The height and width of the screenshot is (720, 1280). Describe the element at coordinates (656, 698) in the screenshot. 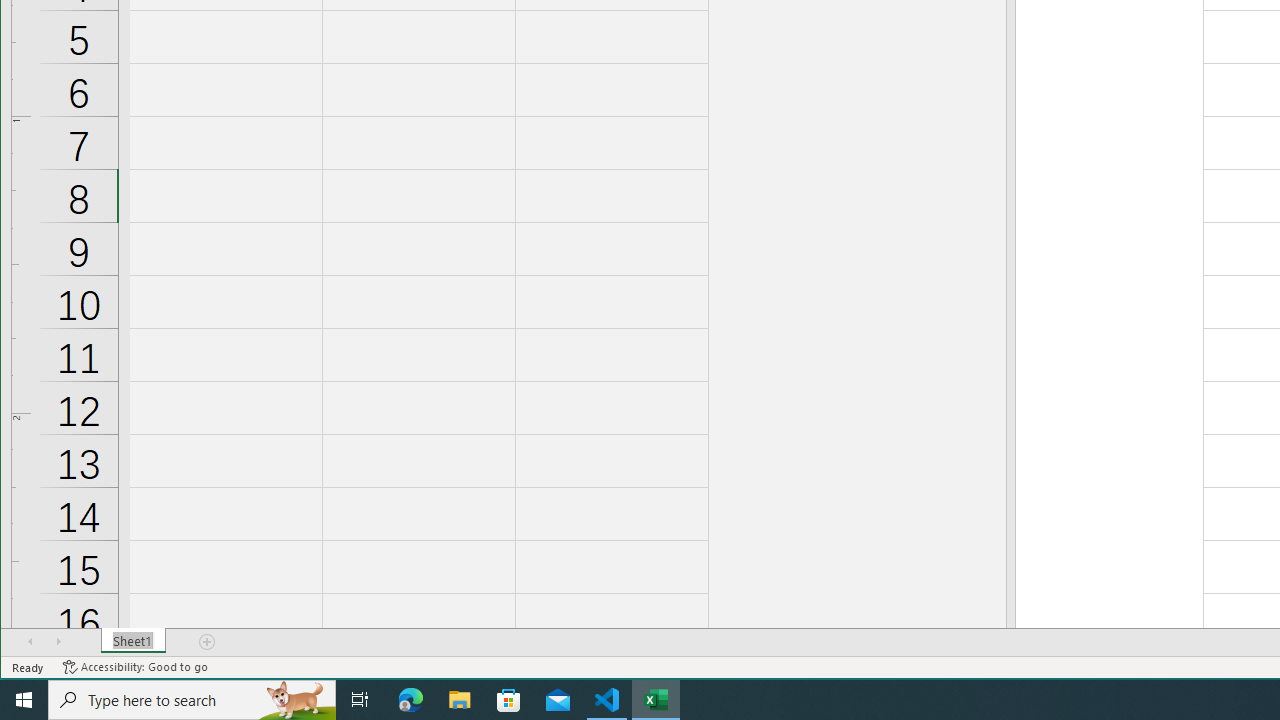

I see `'Excel - 1 running window'` at that location.